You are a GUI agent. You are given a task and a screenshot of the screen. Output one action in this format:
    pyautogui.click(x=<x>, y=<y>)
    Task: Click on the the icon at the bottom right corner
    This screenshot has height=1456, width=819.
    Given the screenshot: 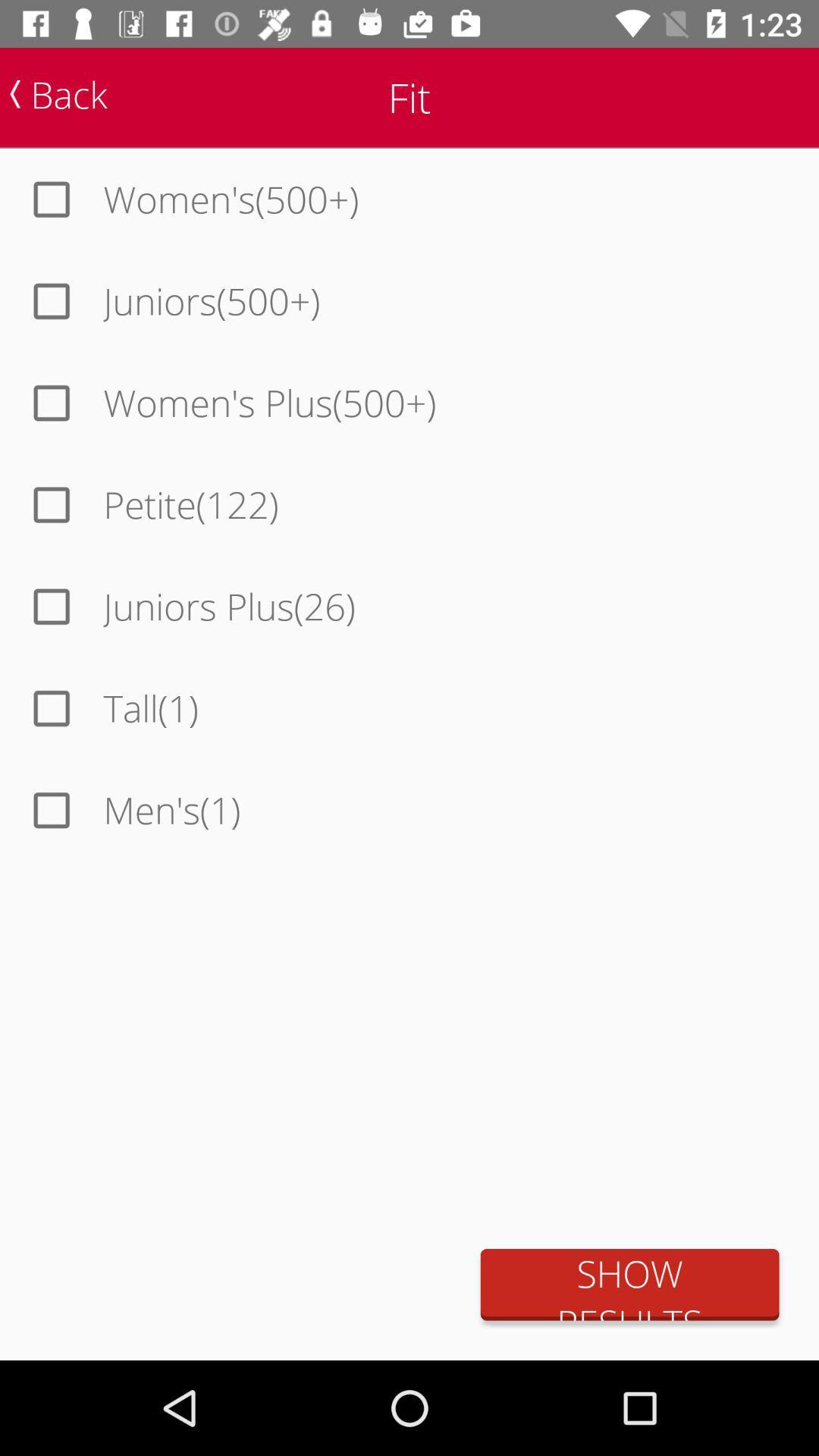 What is the action you would take?
    pyautogui.click(x=629, y=1284)
    